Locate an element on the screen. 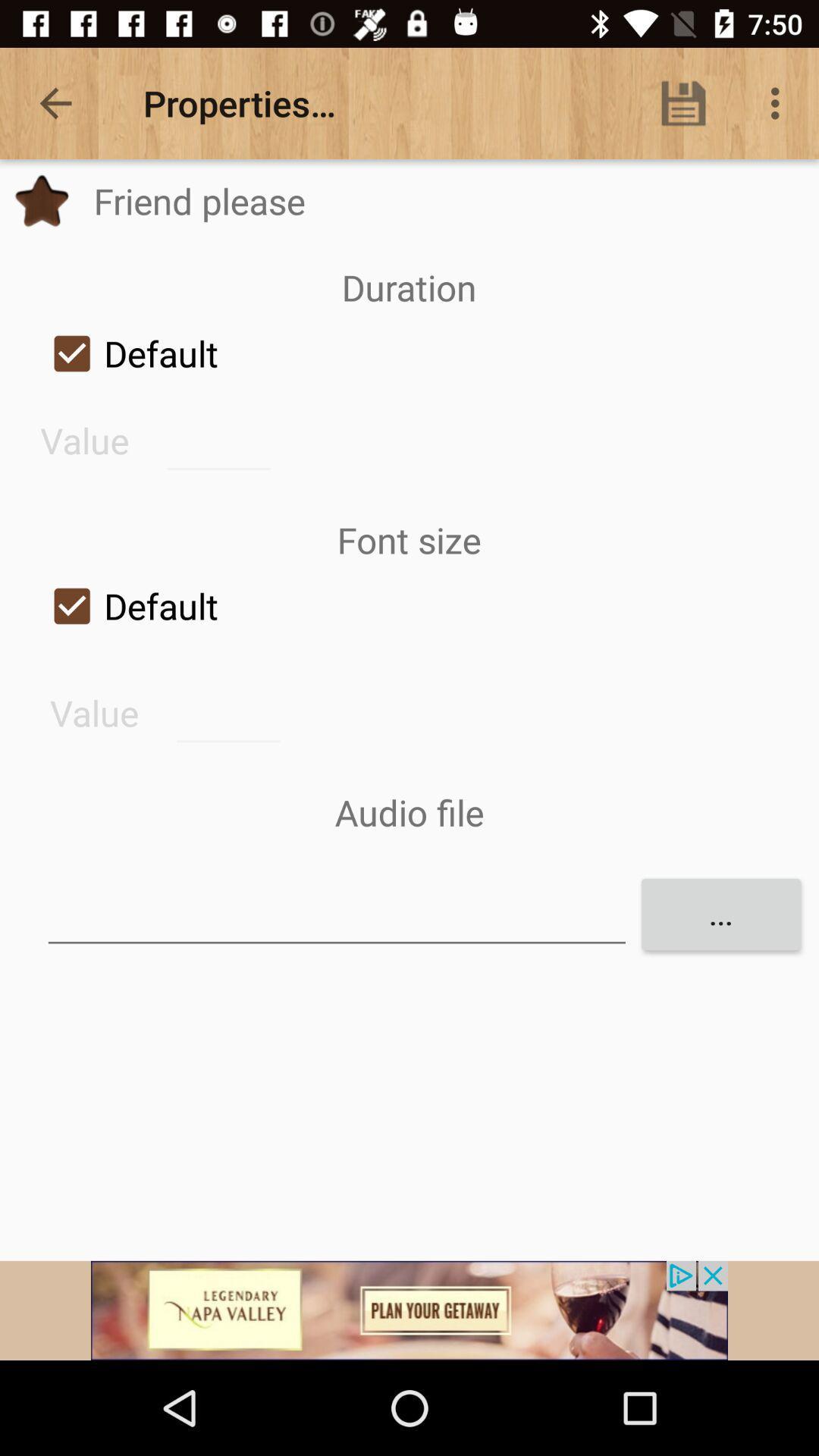 The image size is (819, 1456). the star icon is located at coordinates (41, 200).